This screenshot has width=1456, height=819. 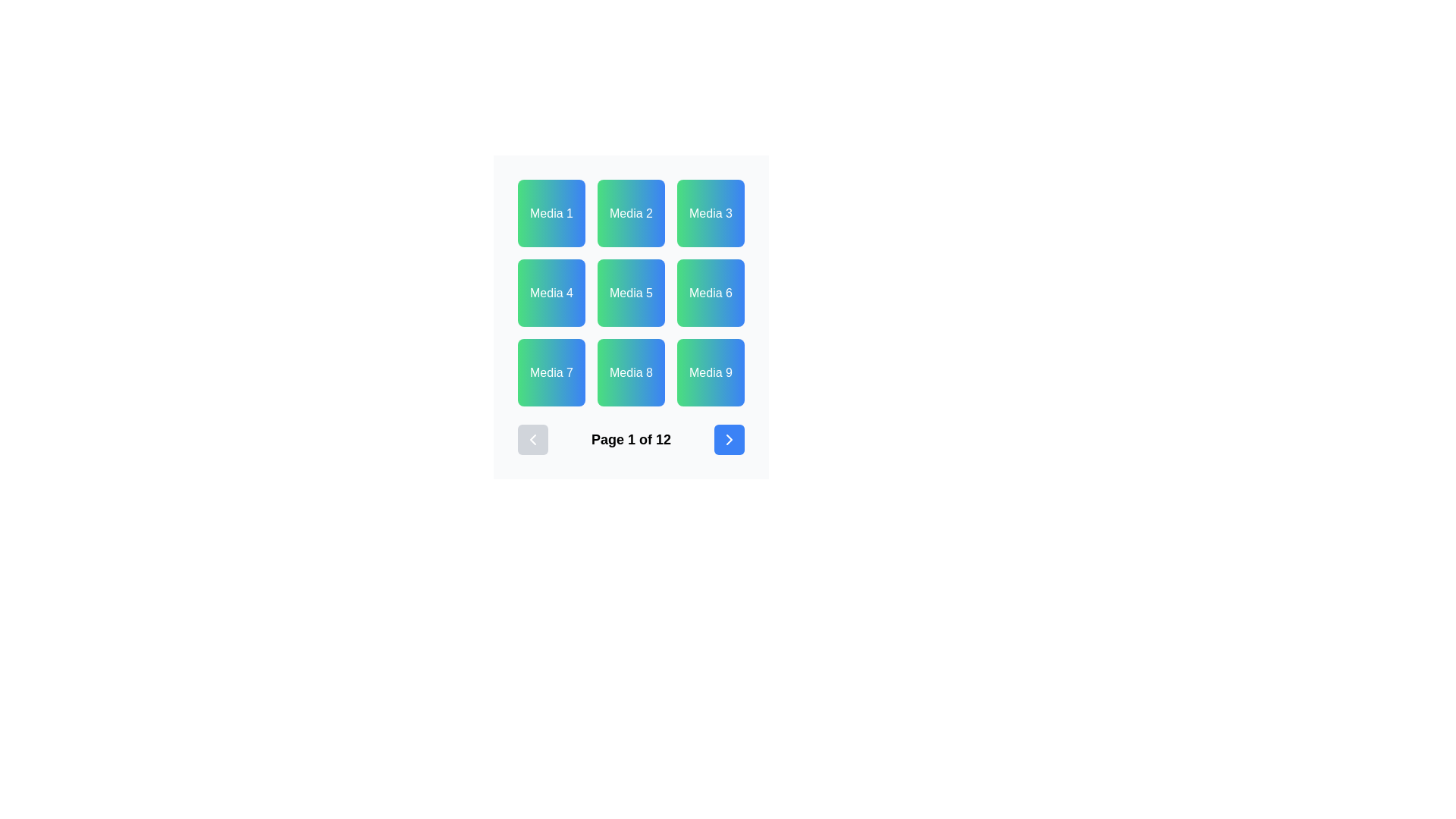 What do you see at coordinates (532, 439) in the screenshot?
I see `the Backward navigation button represented by a leftward-pointing chevron SVG graphic` at bounding box center [532, 439].